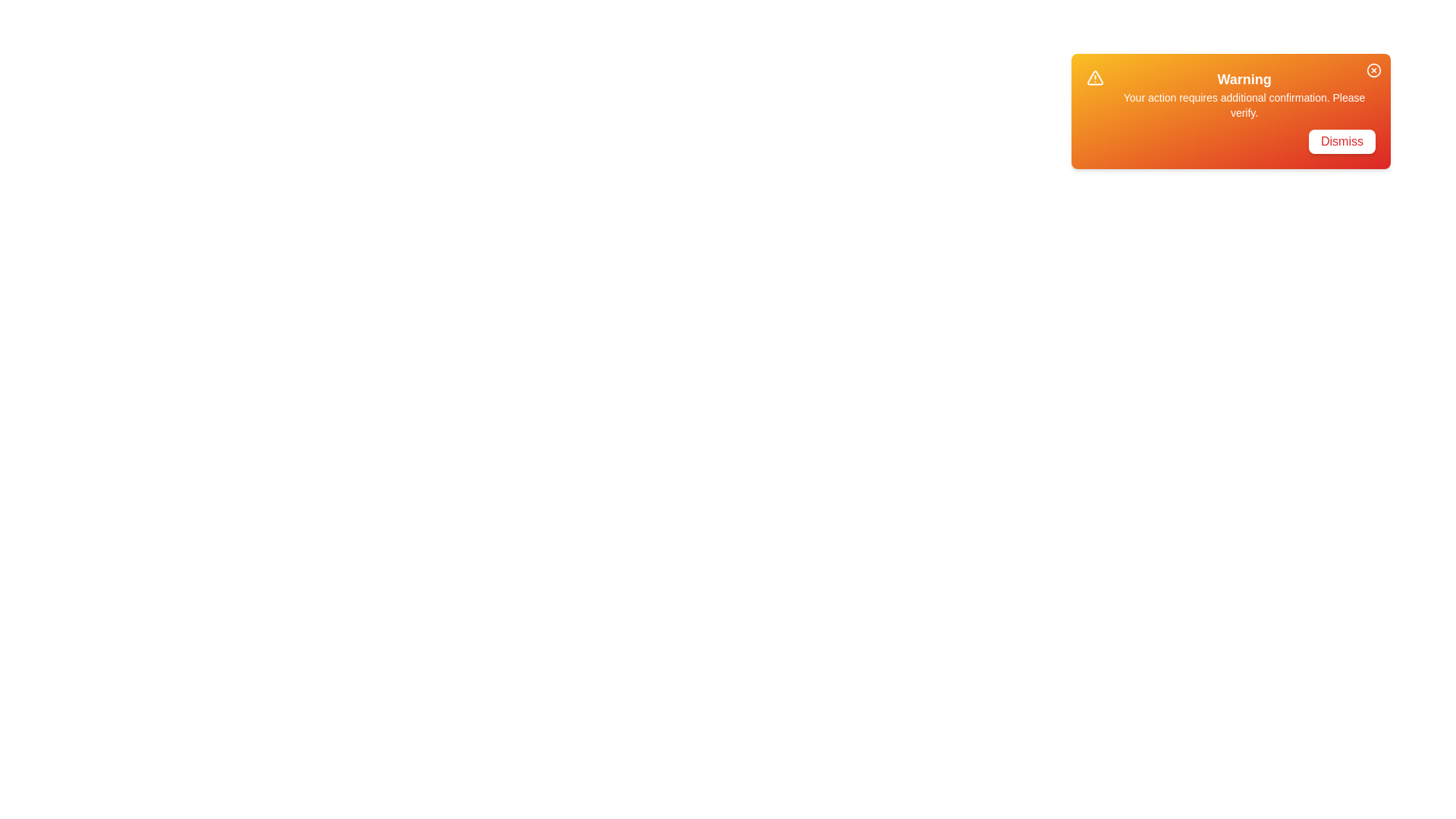 This screenshot has width=1456, height=819. What do you see at coordinates (1373, 70) in the screenshot?
I see `the 'X' button to close the snackbar` at bounding box center [1373, 70].